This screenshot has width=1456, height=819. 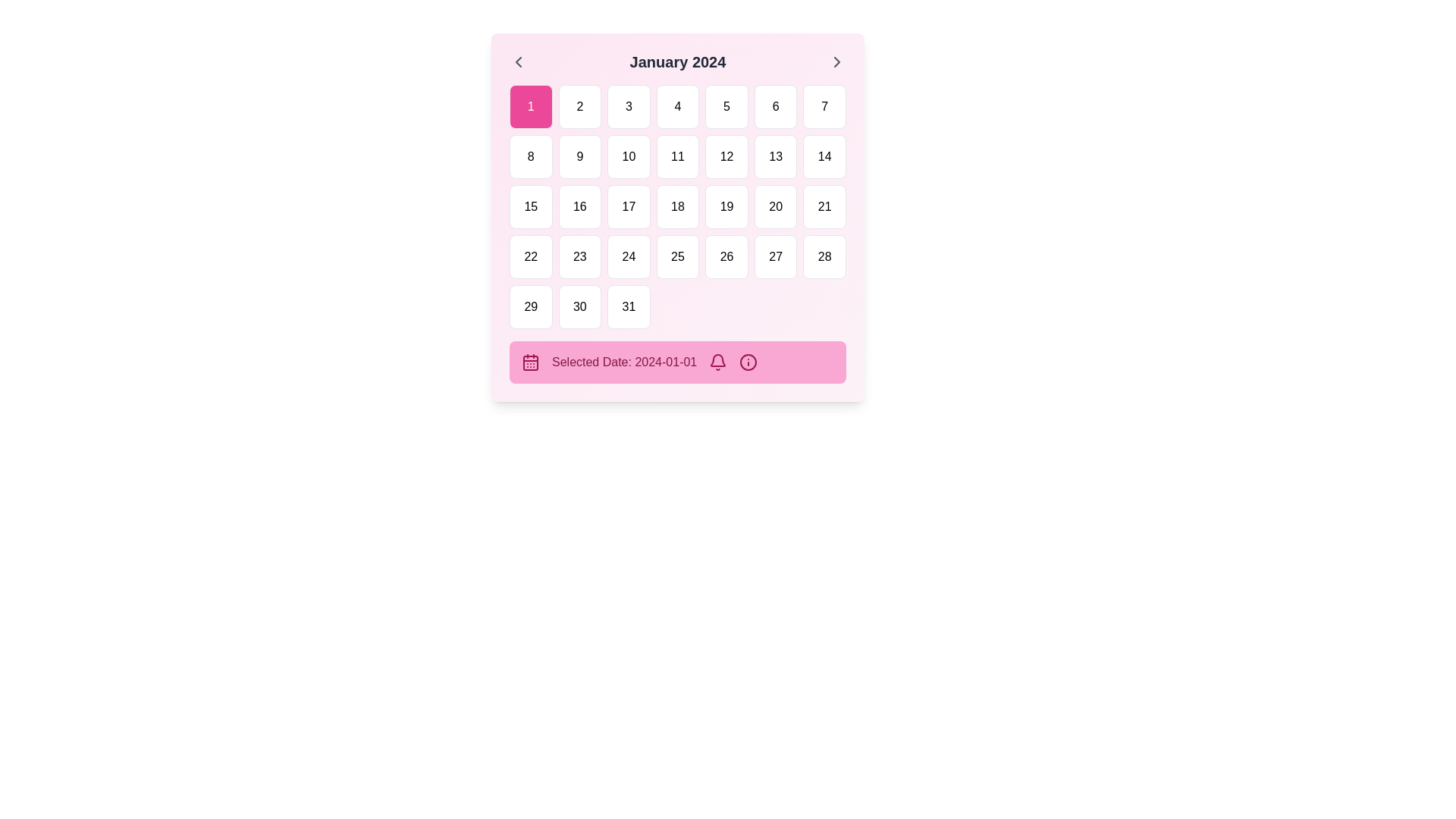 I want to click on the calendar cell displaying the number '7', so click(x=823, y=106).